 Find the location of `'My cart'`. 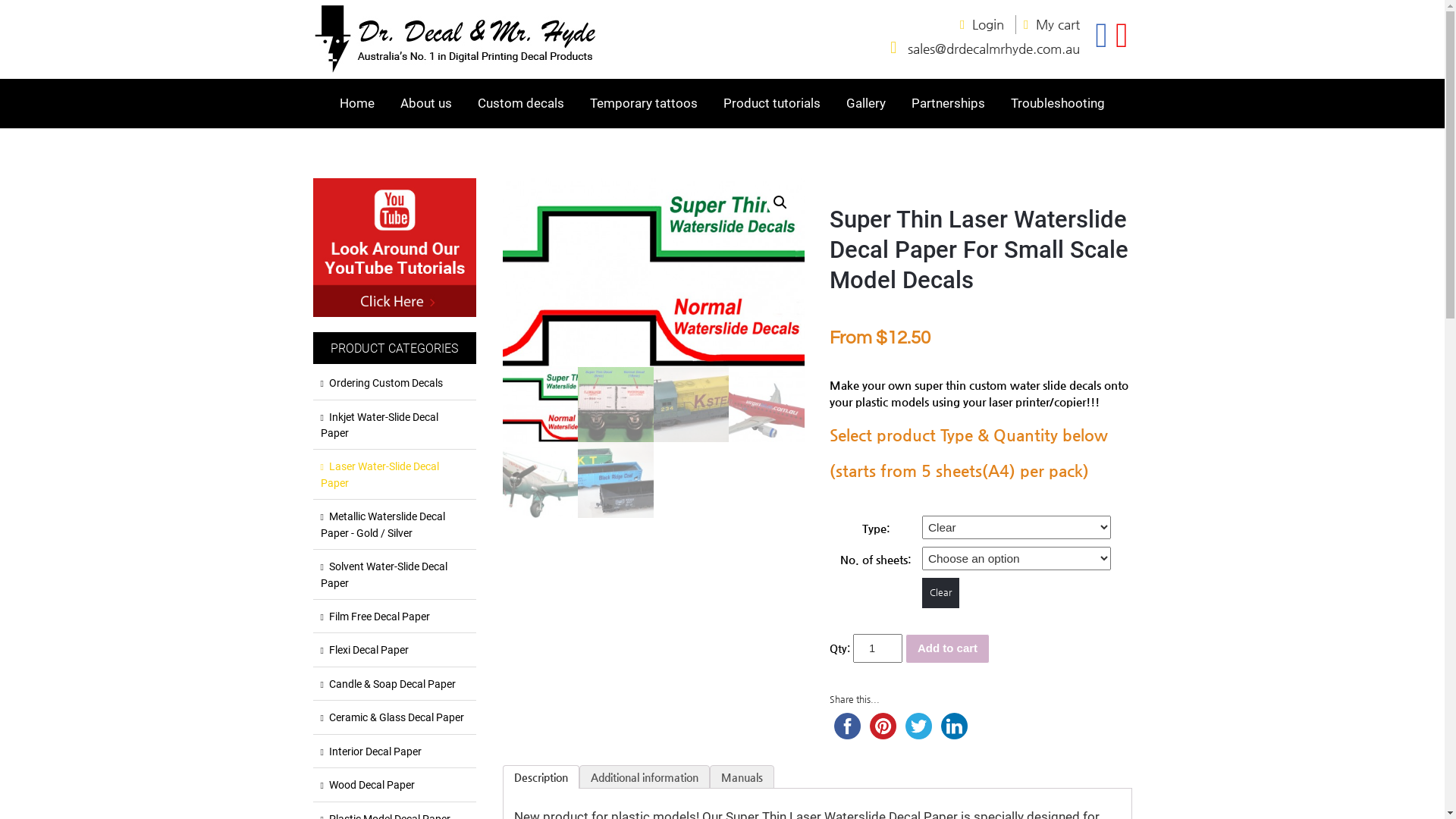

'My cart' is located at coordinates (1057, 24).